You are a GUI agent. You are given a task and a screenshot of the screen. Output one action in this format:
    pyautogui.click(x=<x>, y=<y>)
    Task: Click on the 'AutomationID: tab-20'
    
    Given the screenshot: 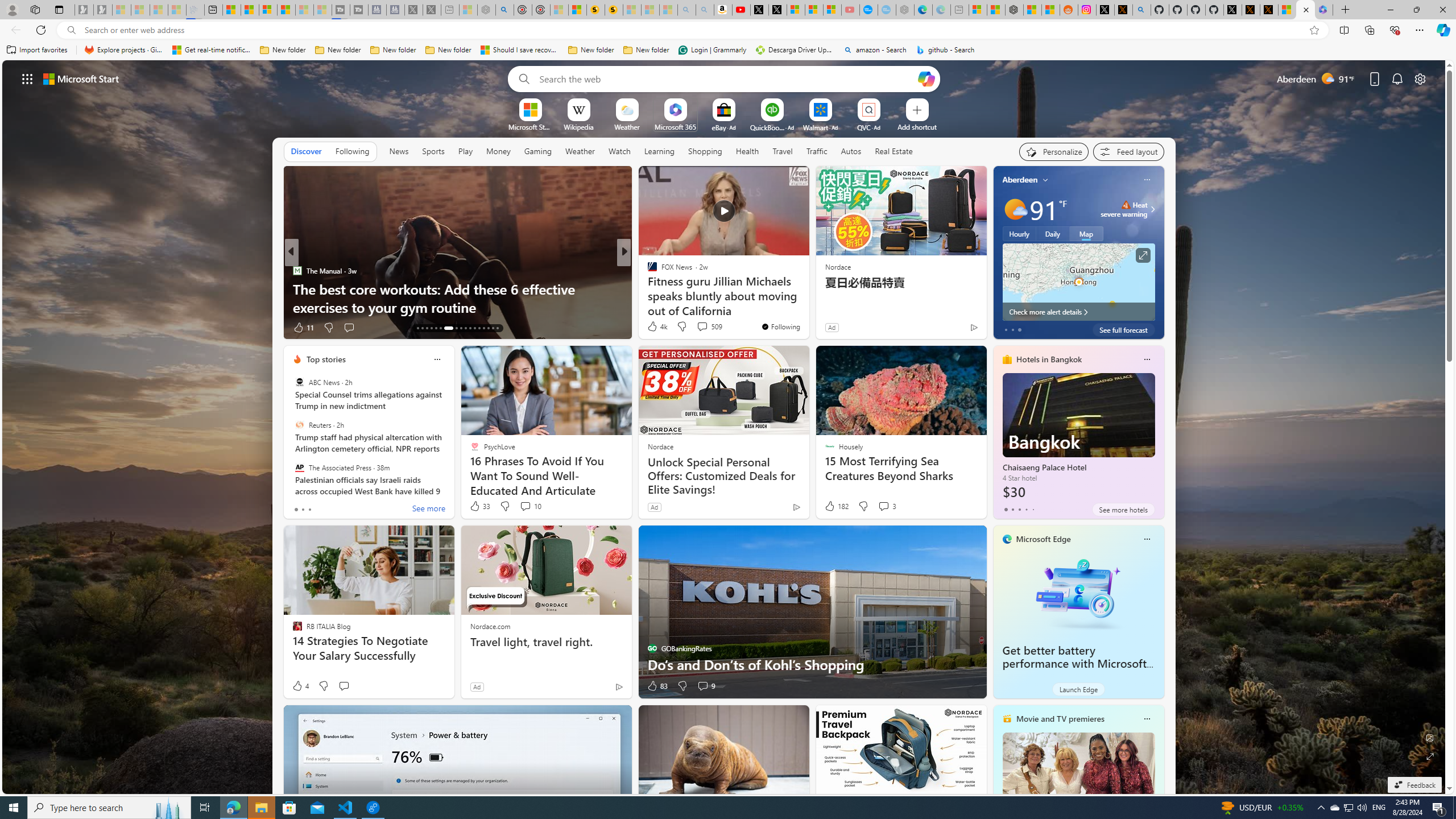 What is the action you would take?
    pyautogui.click(x=452, y=328)
    